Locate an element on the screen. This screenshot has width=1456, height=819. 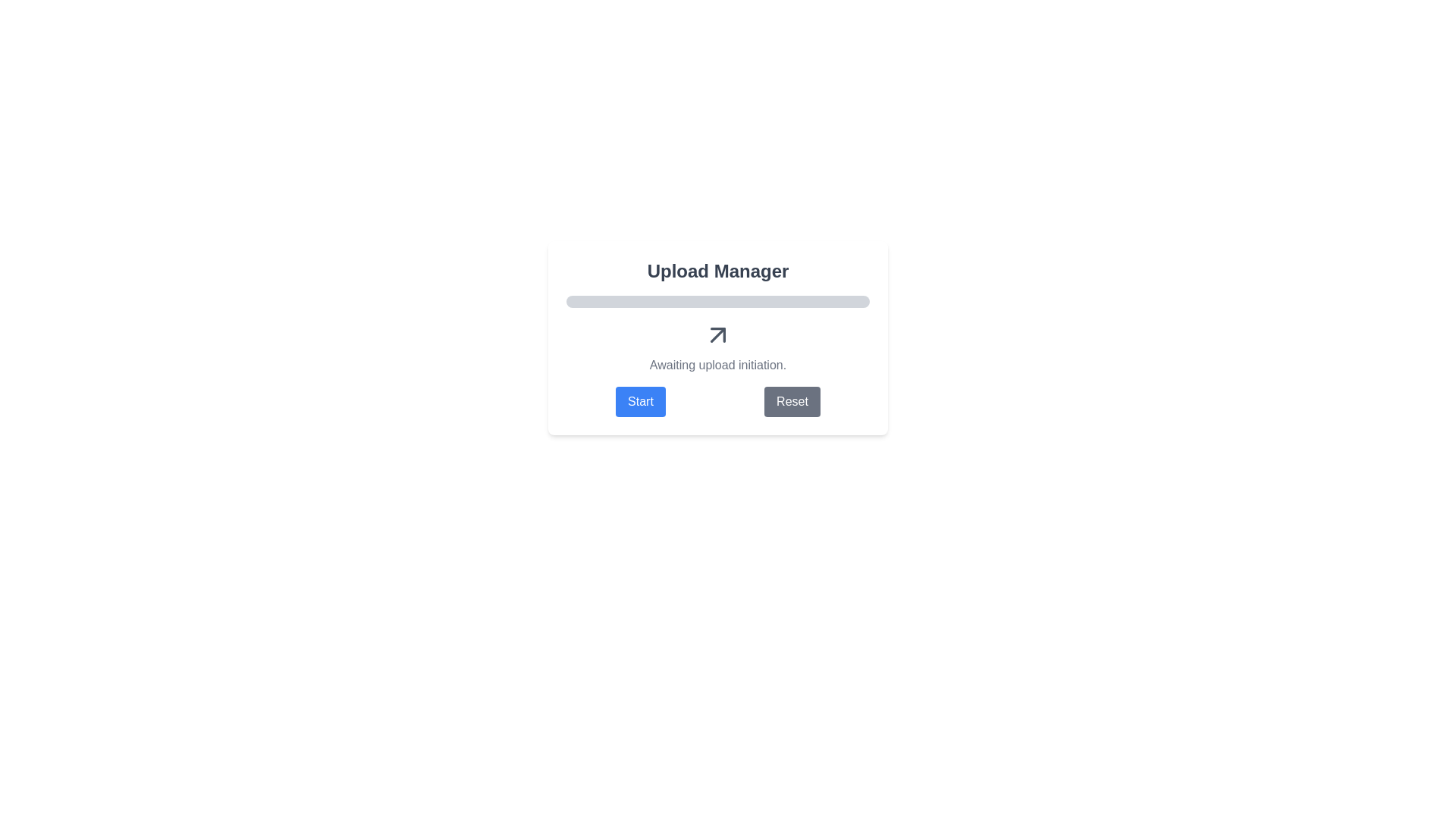
the reset button located on the lower right of the 'Upload Manager' panel is located at coordinates (792, 400).